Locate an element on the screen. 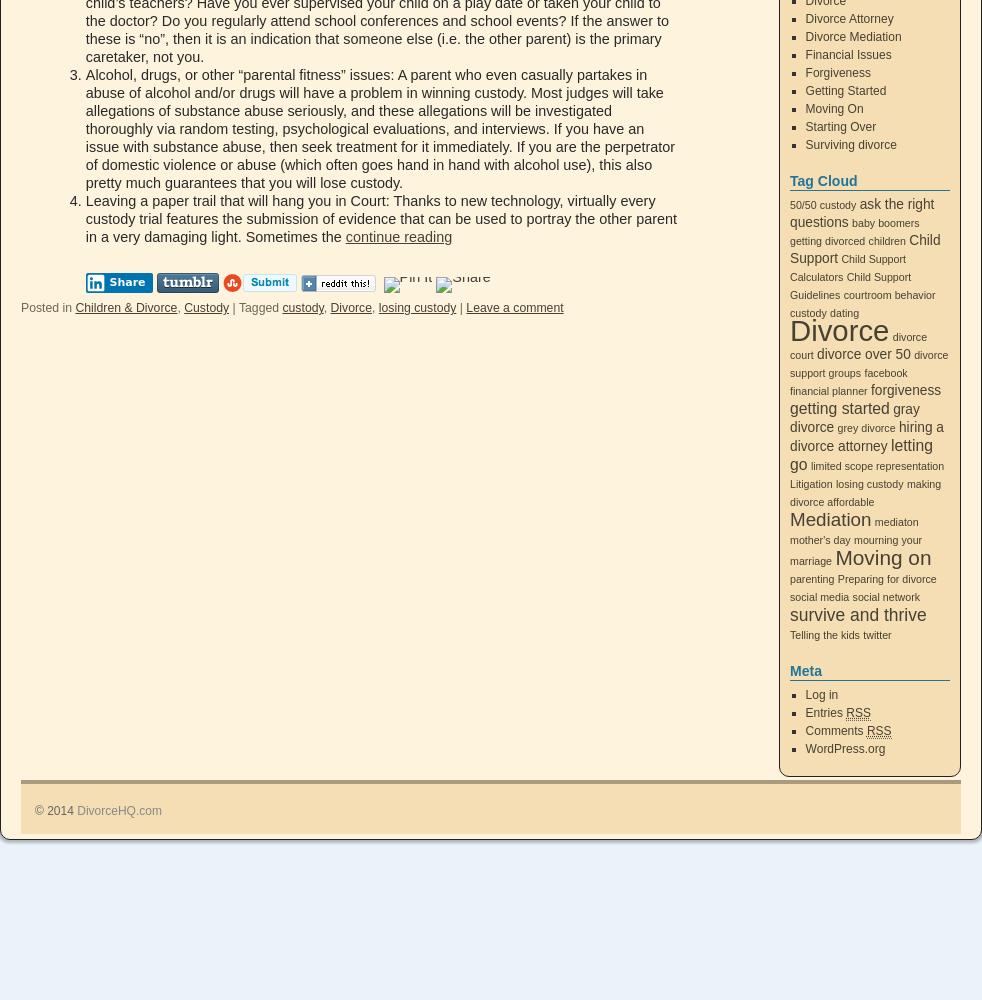  'divorce court' is located at coordinates (858, 345).